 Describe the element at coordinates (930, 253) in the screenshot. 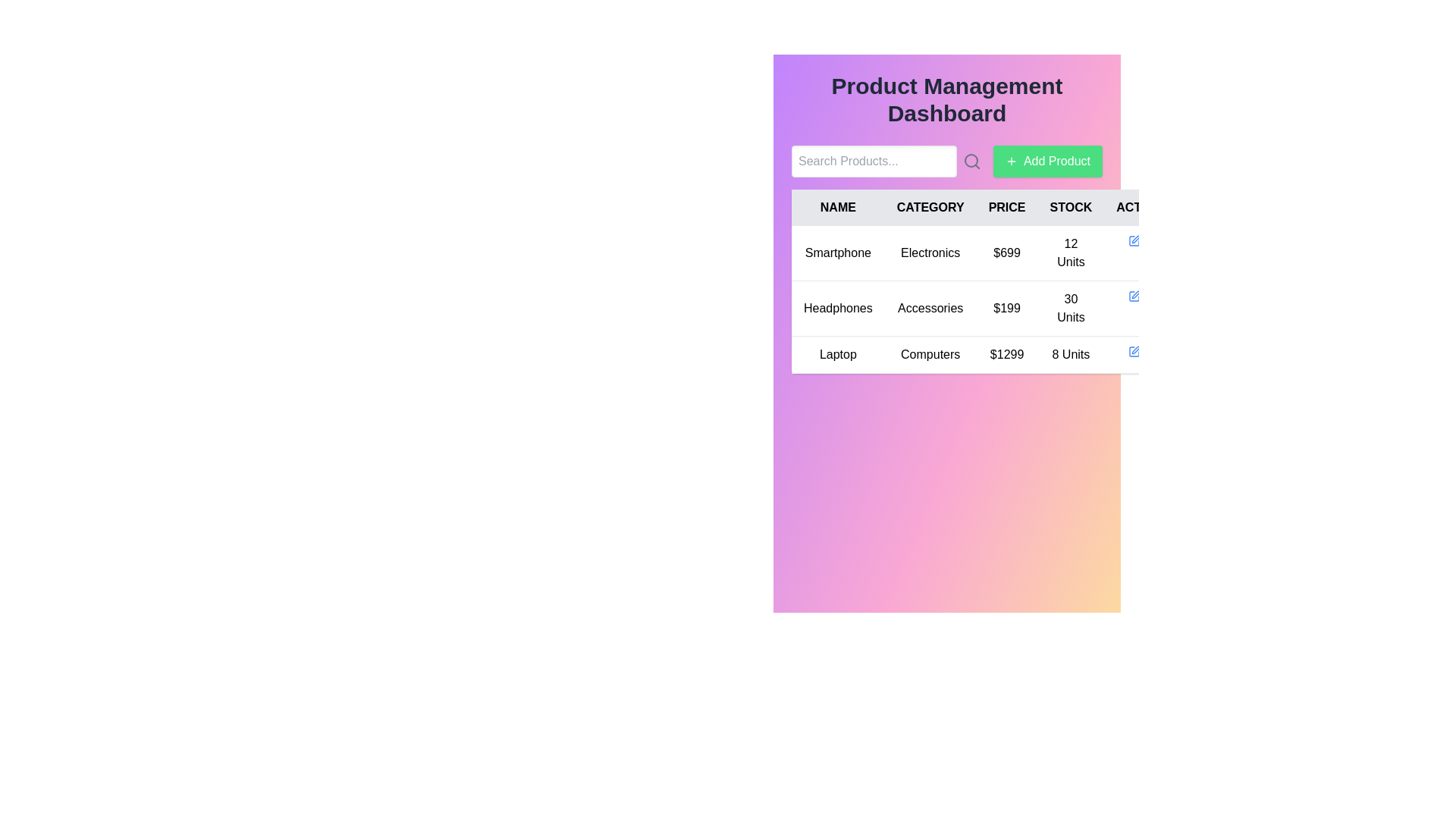

I see `the 'Electronics' text label, which is center-aligned and located in the second column of the first row in a table layout` at that location.